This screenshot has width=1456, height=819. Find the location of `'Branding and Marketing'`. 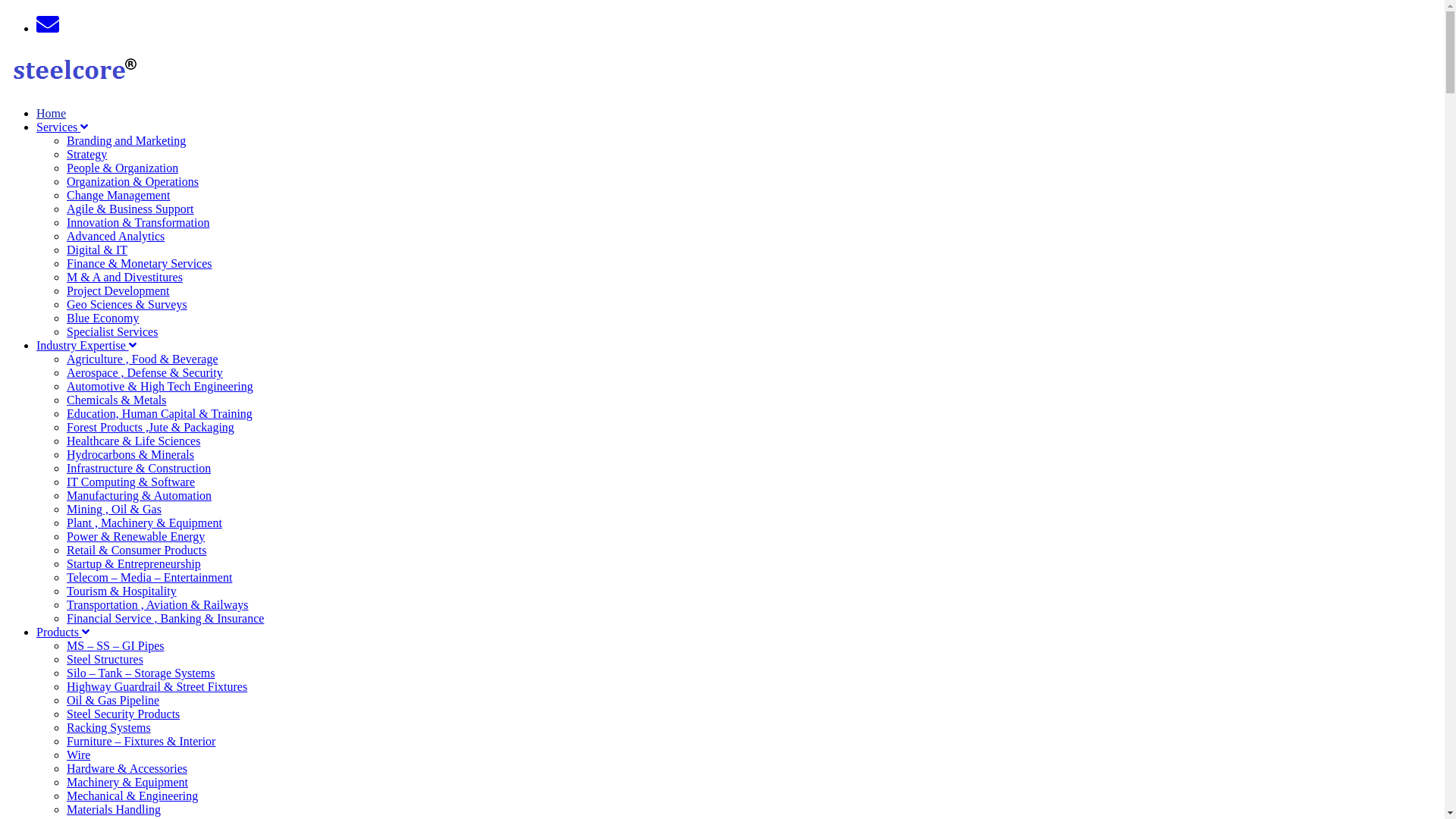

'Branding and Marketing' is located at coordinates (126, 140).